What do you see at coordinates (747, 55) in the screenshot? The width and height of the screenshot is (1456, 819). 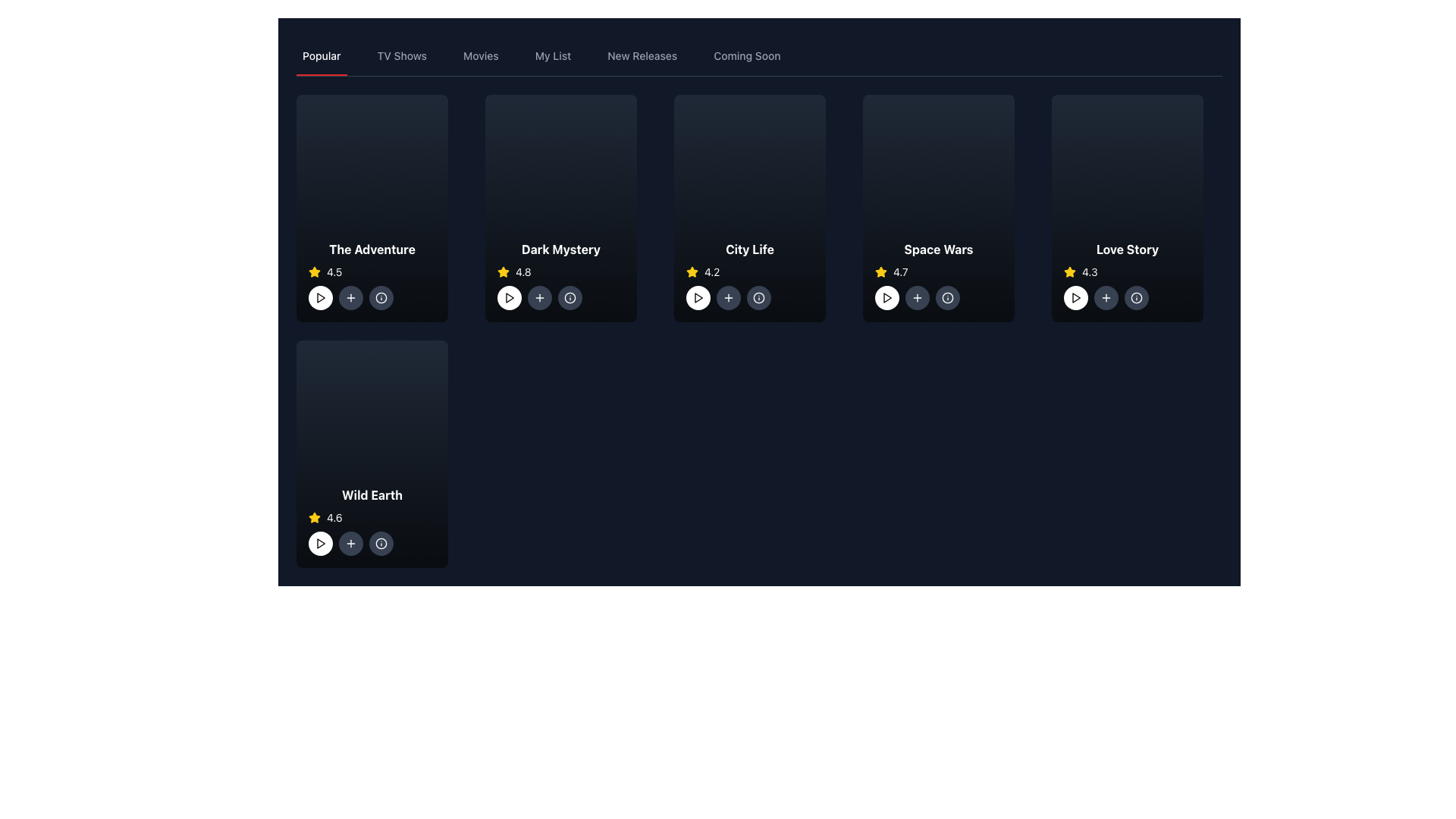 I see `the seventh navigation tab that redirects users to the 'Coming Soon' section` at bounding box center [747, 55].